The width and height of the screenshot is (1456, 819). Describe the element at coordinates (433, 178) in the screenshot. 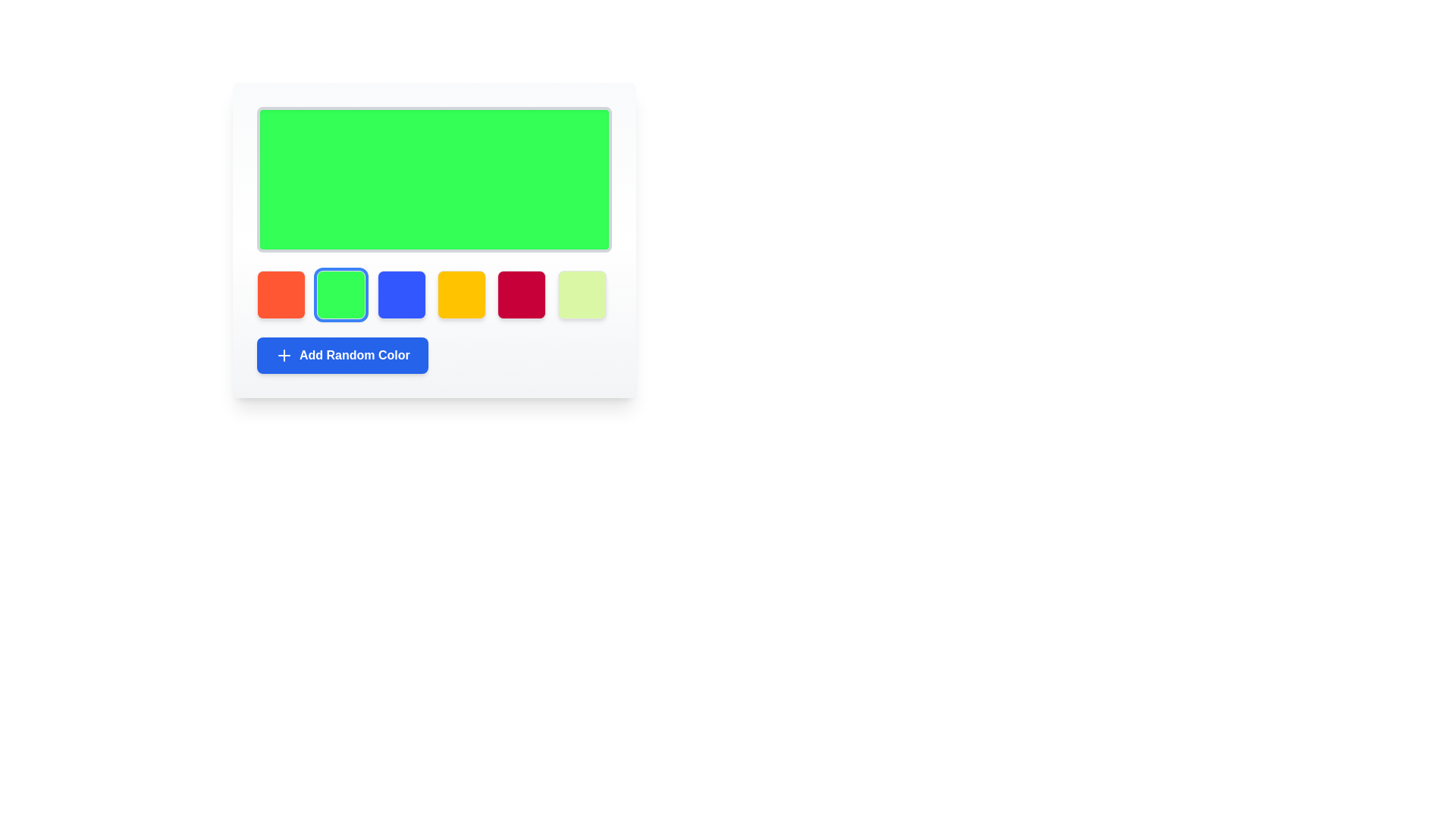

I see `the large green rectangle display area with rounded corners, which is the top-most component above a grid of colorful squares` at that location.